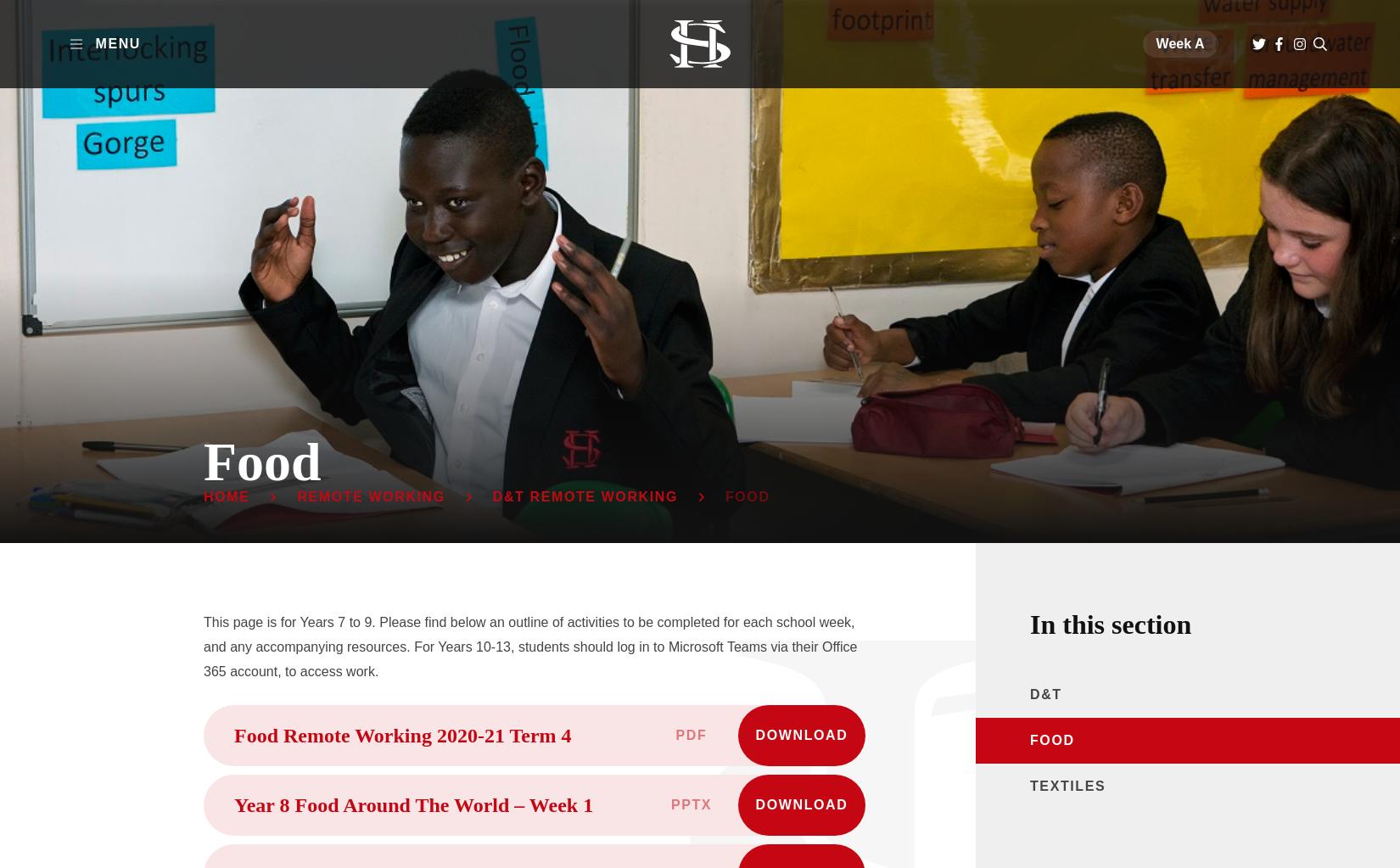 The height and width of the screenshot is (868, 1400). I want to click on 'pdf', so click(674, 735).